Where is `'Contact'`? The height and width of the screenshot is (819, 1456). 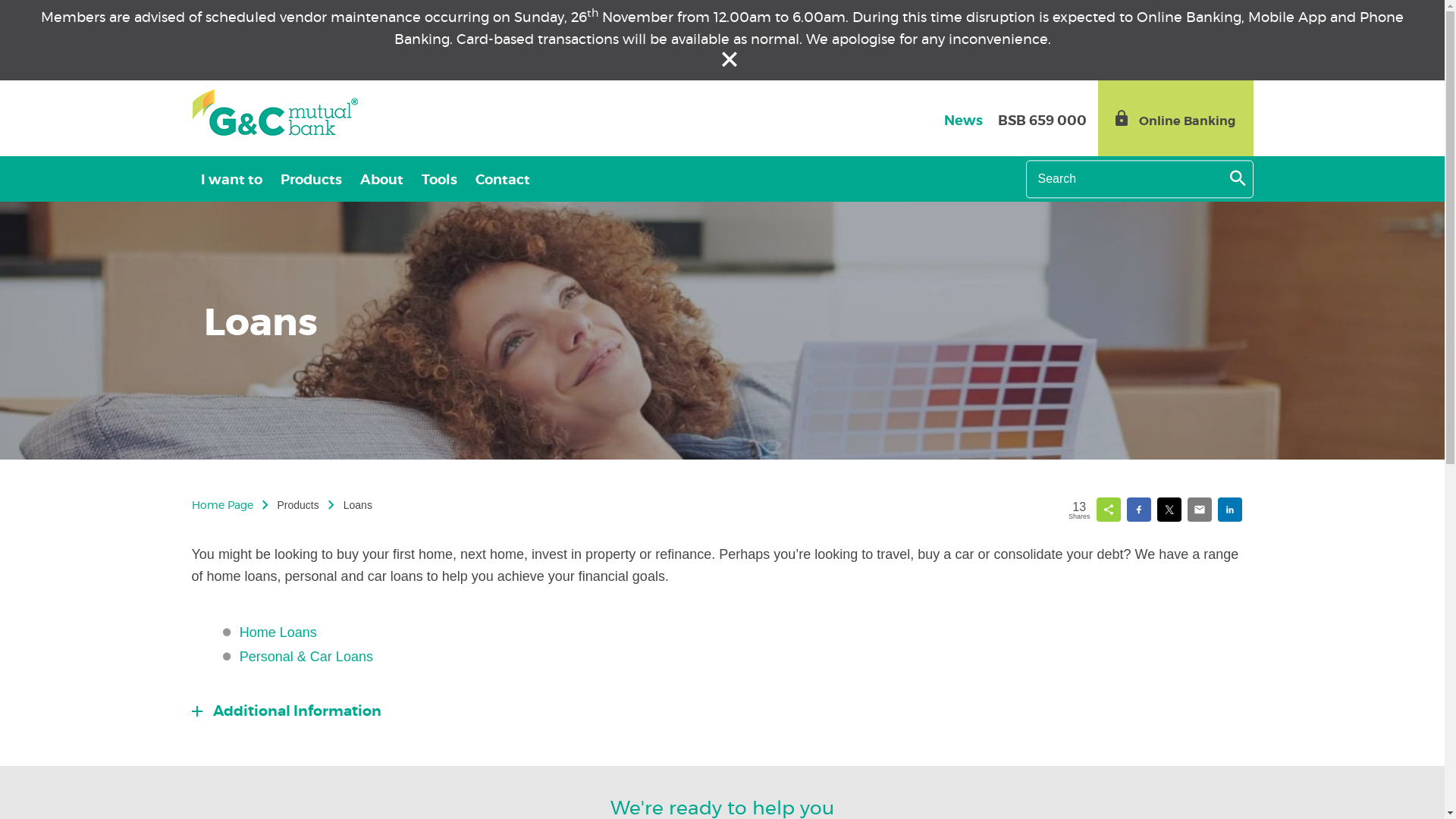
'Contact' is located at coordinates (502, 177).